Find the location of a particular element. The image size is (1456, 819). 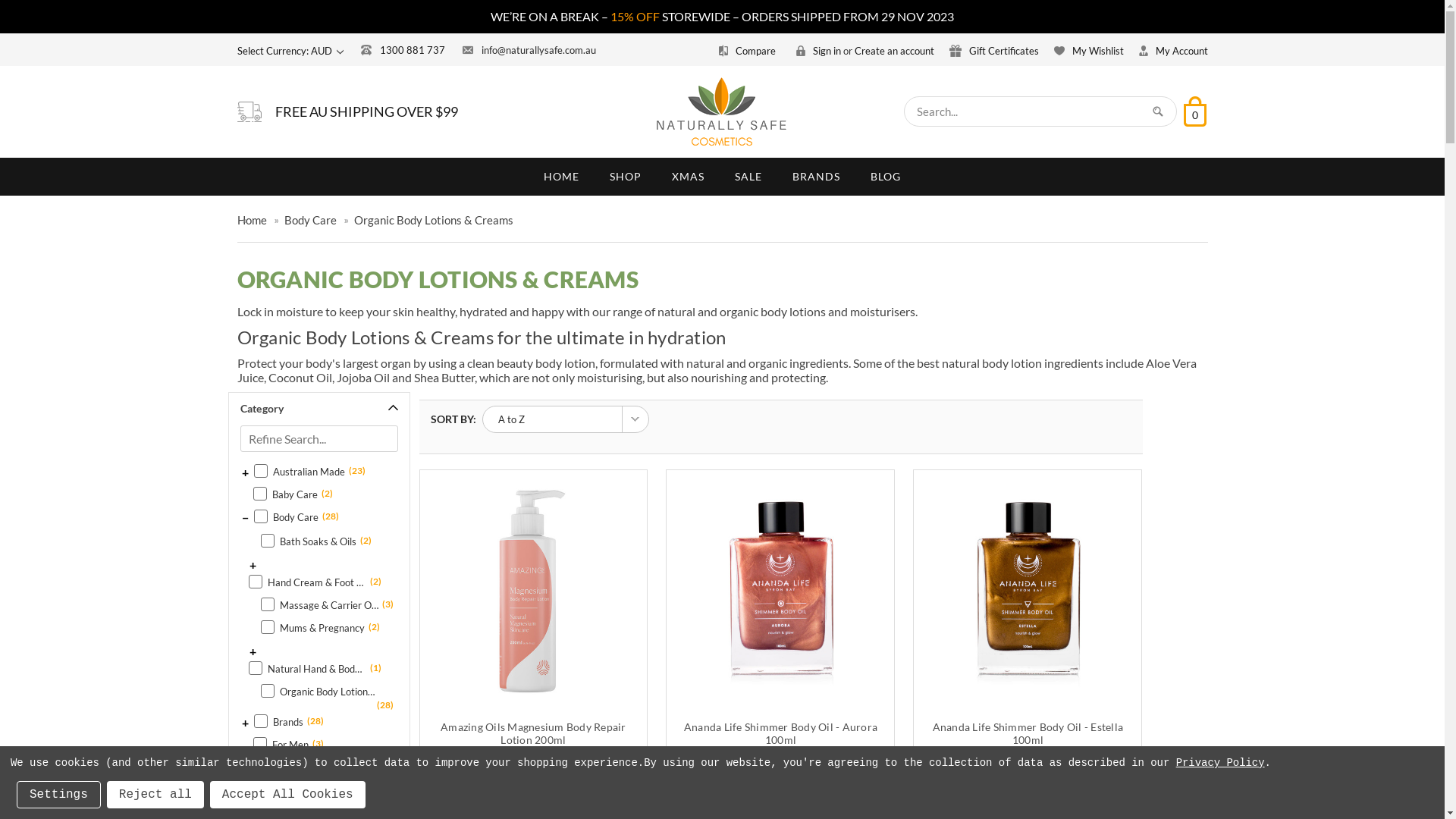

'Accept All Cookies' is located at coordinates (287, 794).